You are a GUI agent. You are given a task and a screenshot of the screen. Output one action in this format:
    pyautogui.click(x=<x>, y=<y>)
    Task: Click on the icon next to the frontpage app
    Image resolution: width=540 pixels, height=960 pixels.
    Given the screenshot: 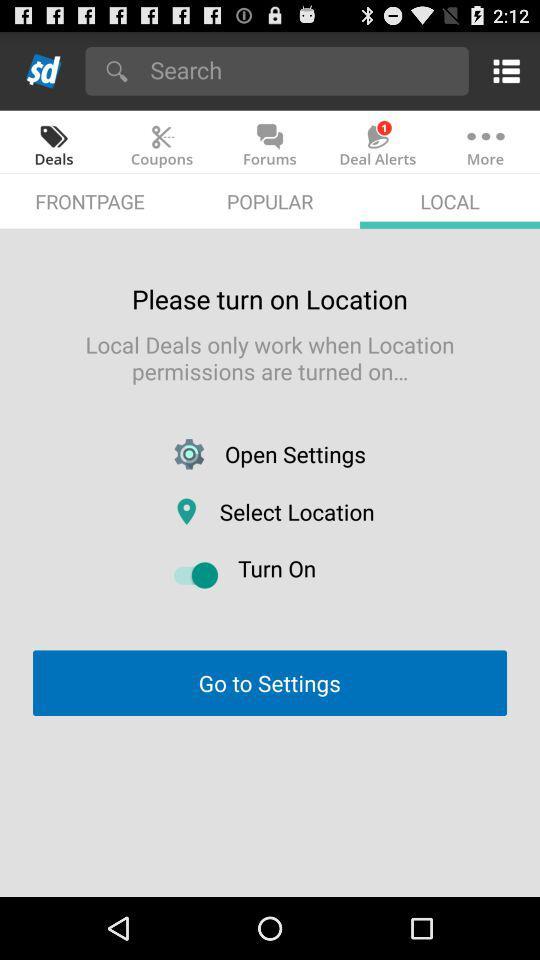 What is the action you would take?
    pyautogui.click(x=270, y=201)
    